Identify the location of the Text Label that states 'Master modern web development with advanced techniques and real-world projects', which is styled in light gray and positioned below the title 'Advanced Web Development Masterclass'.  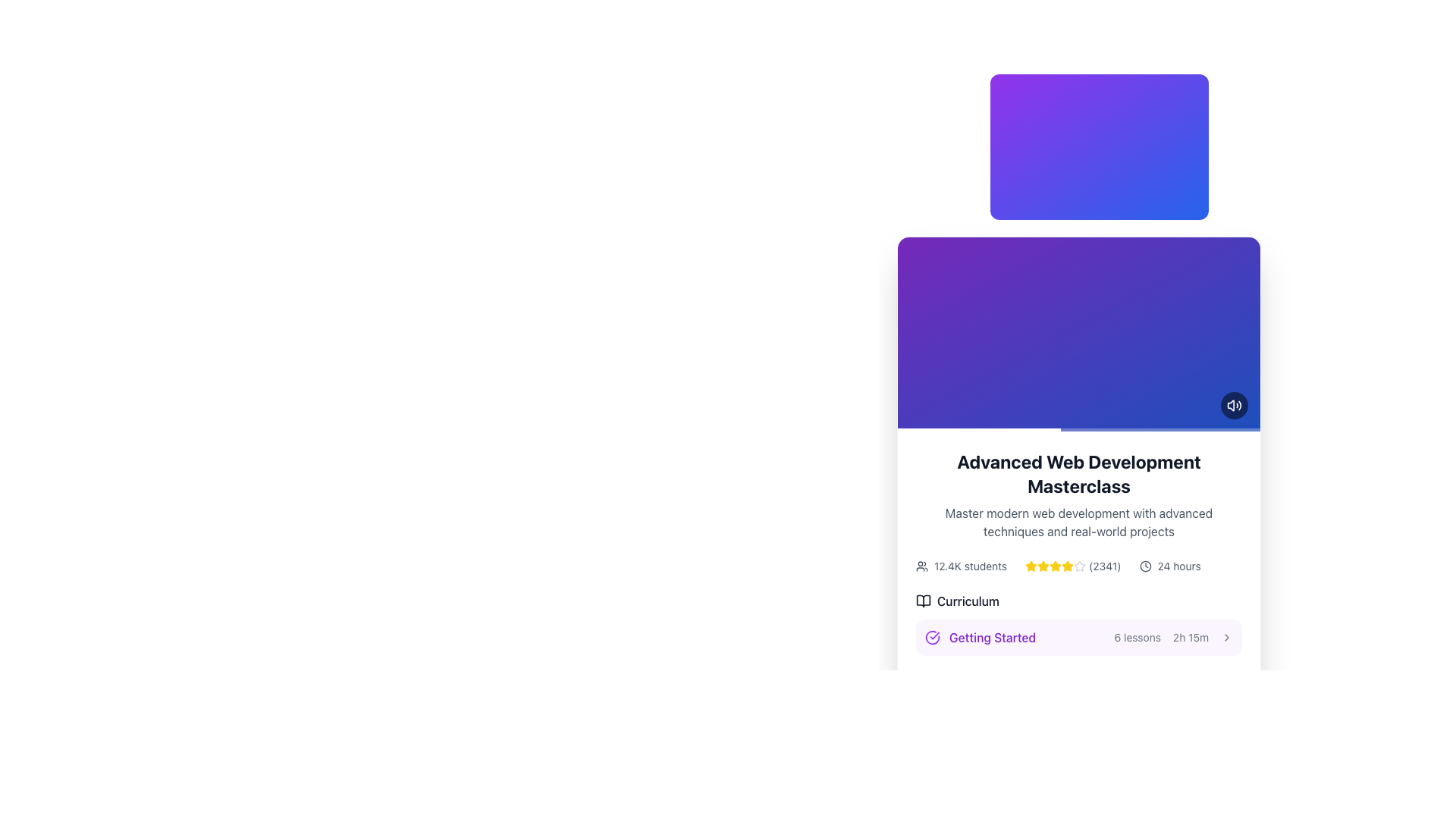
(1078, 522).